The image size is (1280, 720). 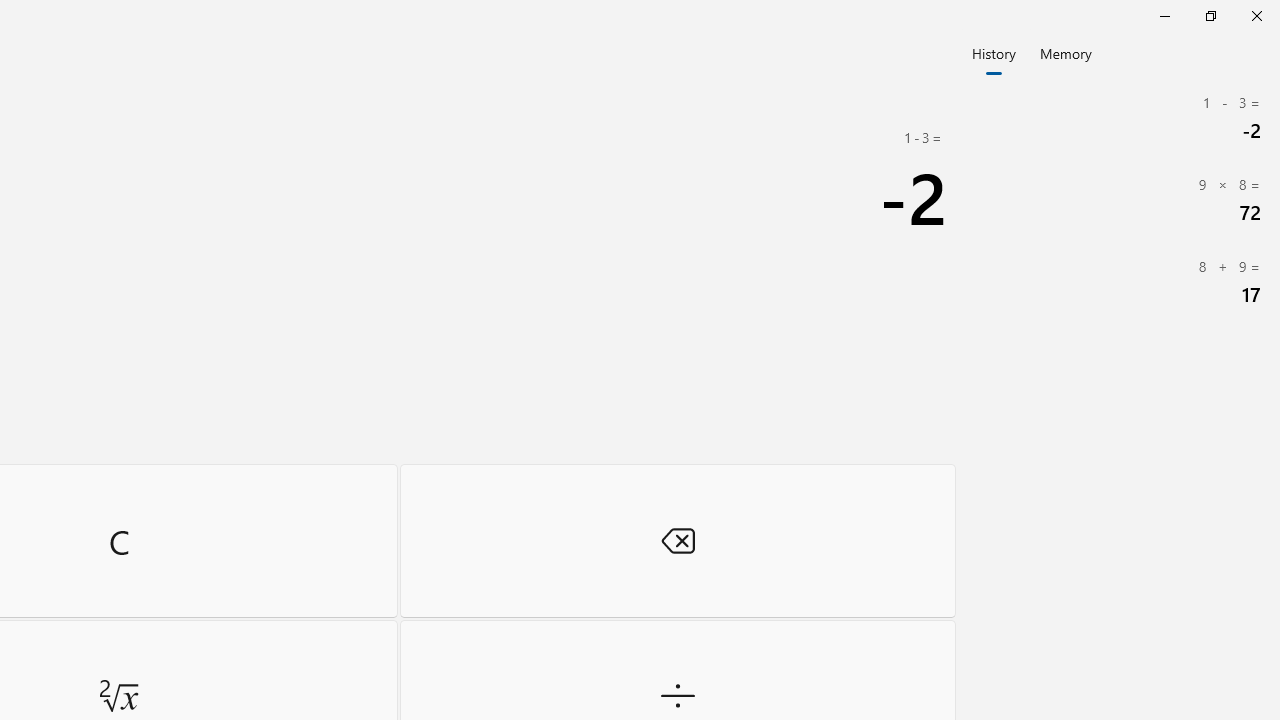 I want to click on 'Close Calculator', so click(x=1255, y=15).